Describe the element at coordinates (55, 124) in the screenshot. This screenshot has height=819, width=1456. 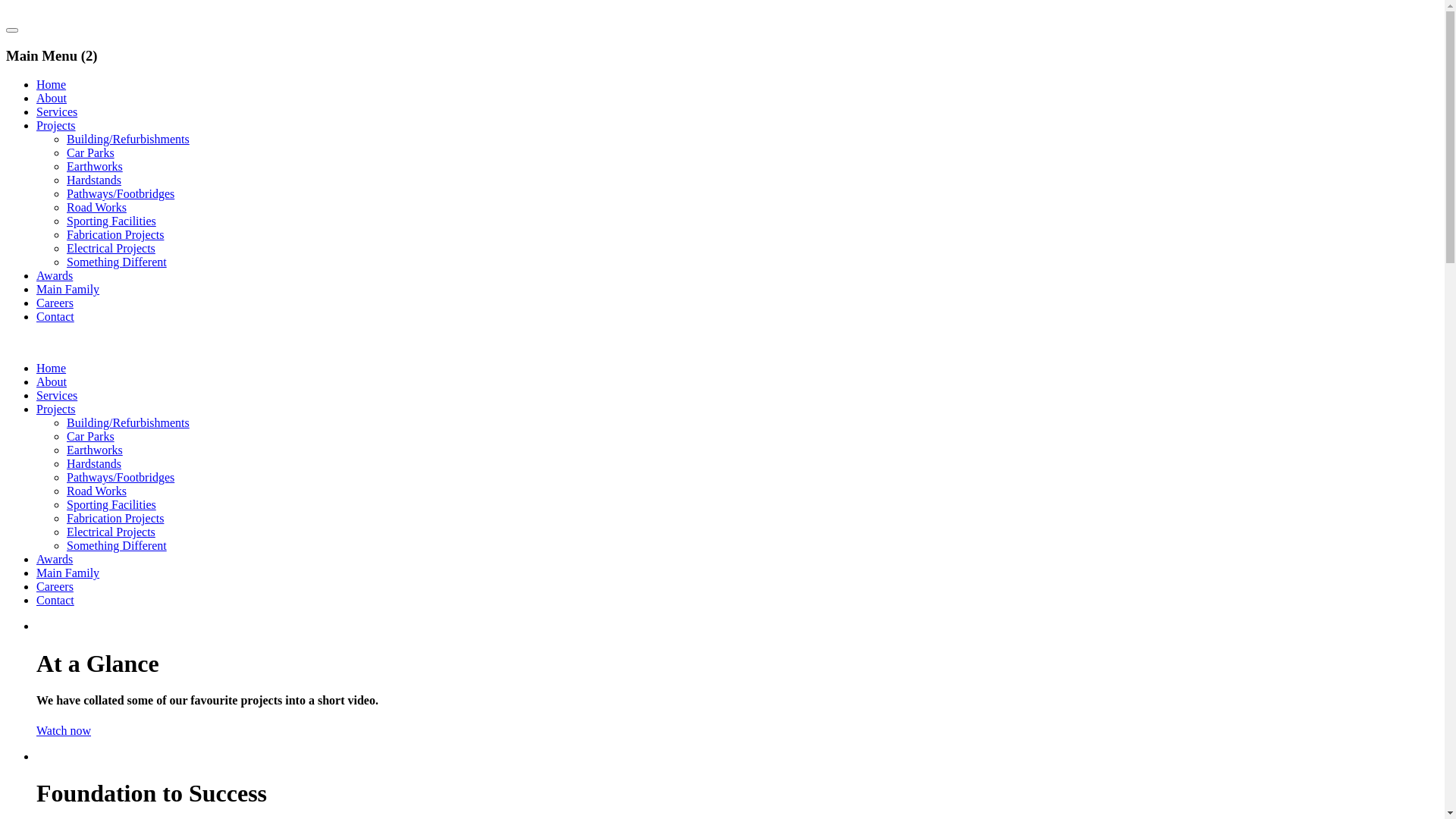
I see `'Projects'` at that location.